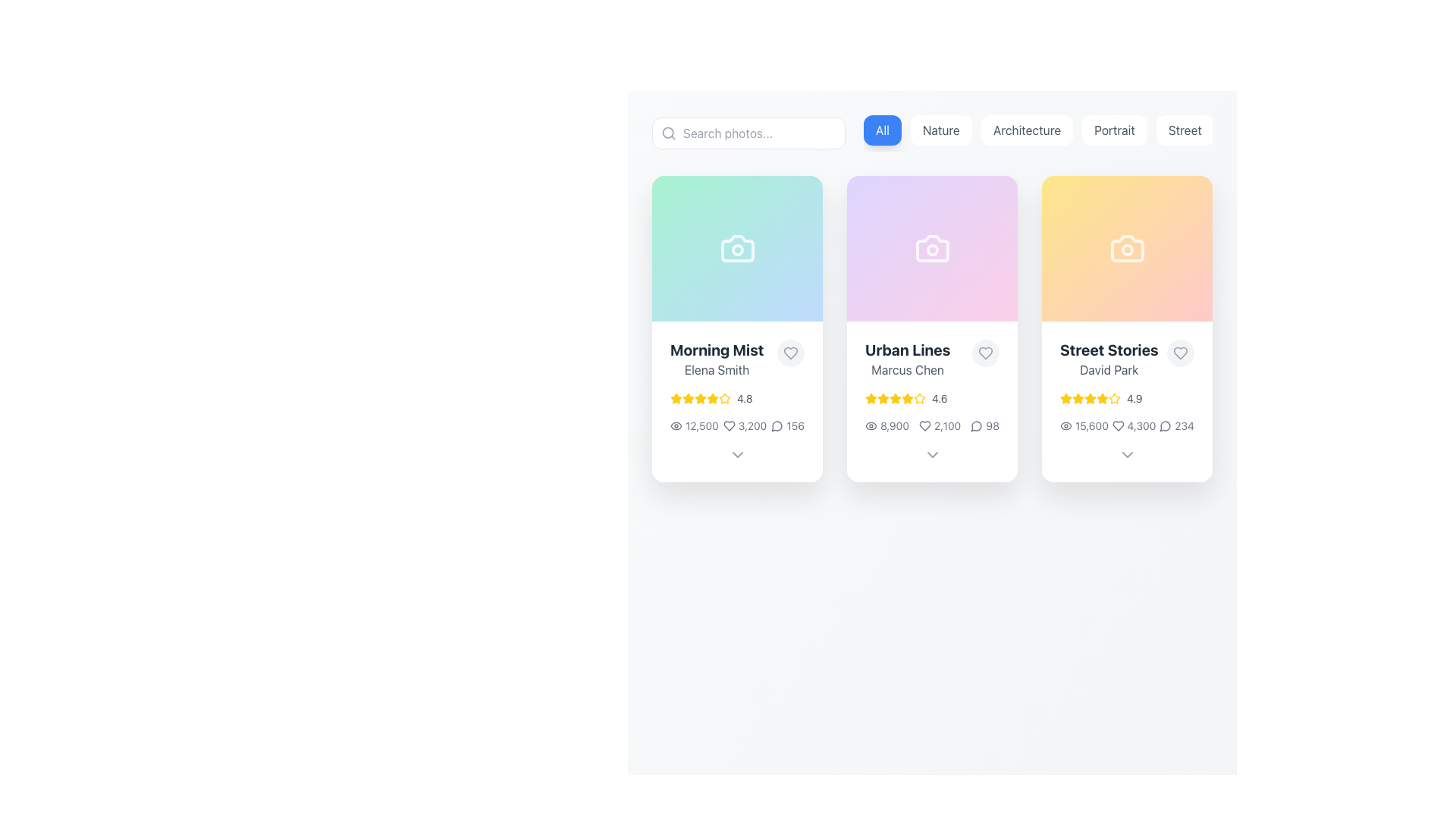  I want to click on the second star icon in the rating section of the 'Urban Lines' card by 'Marcus Chen', so click(883, 397).